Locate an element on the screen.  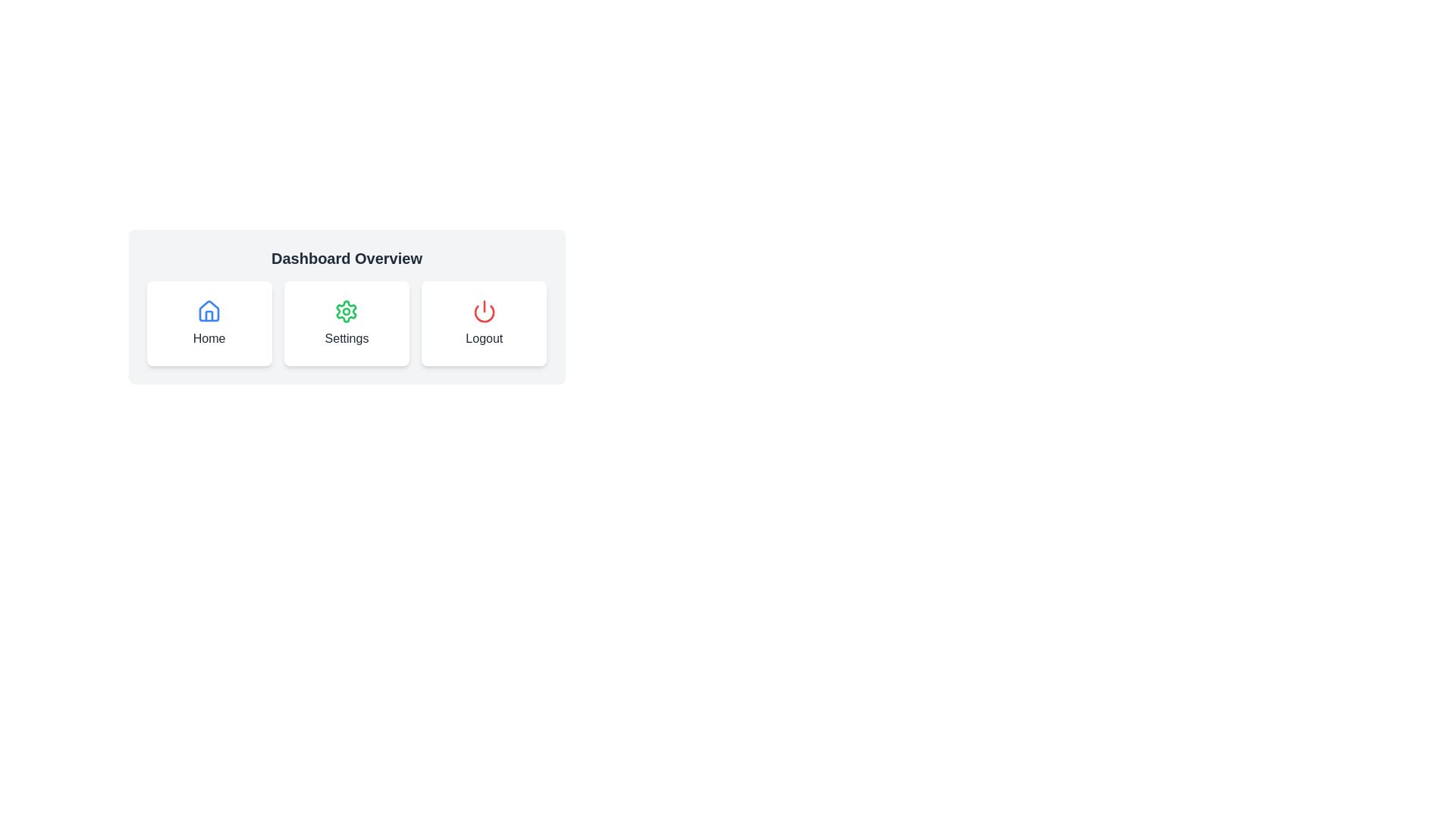
the power button icon, which is styled in red and positioned above the 'Logout' label within its card is located at coordinates (483, 311).